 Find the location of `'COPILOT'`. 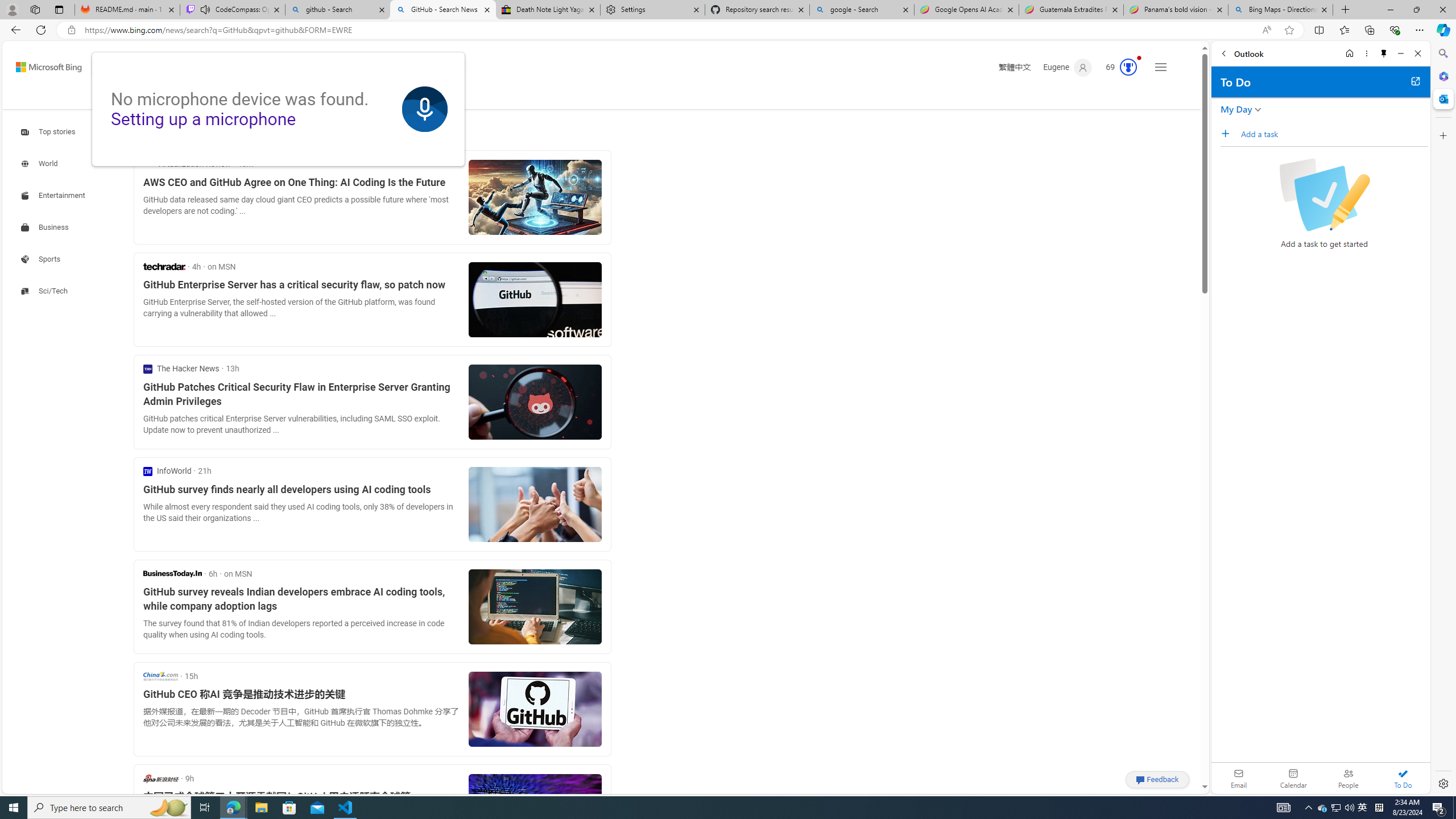

'COPILOT' is located at coordinates (178, 96).